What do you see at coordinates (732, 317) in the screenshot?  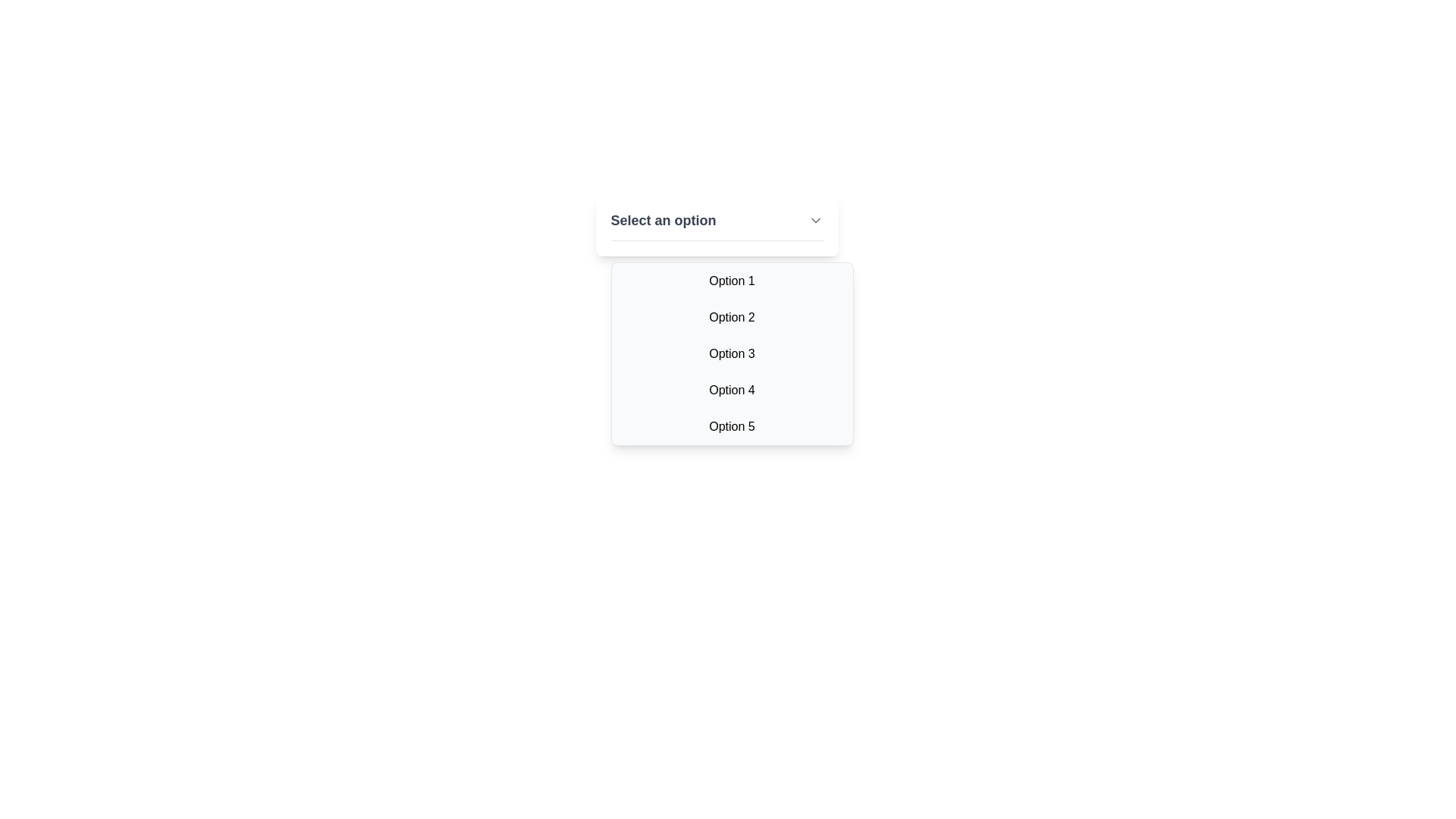 I see `the second item in the dropdown menu labeled 'Option 2'` at bounding box center [732, 317].